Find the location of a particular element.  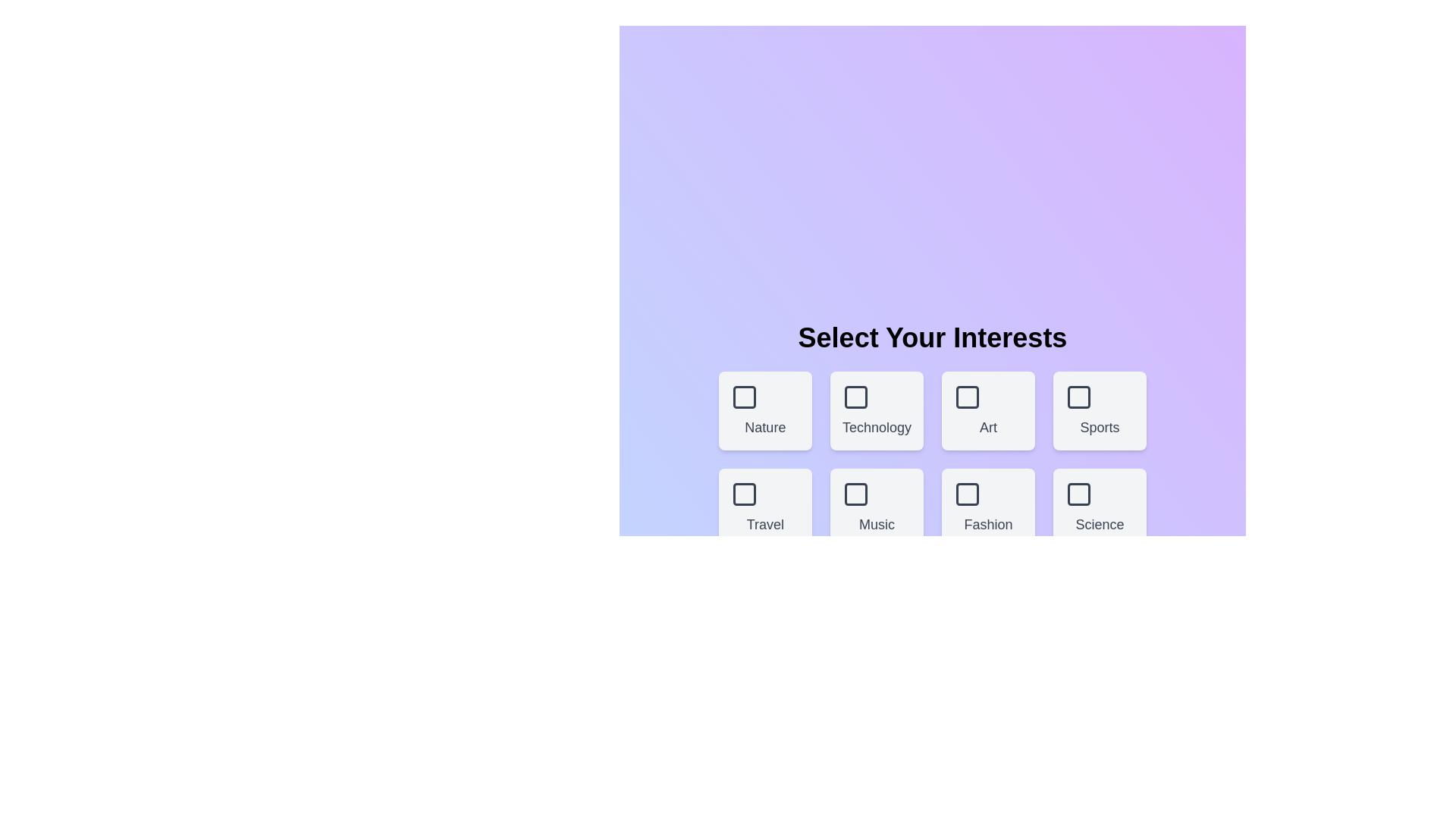

the box corresponding to the theme Art to select or deselect it is located at coordinates (987, 411).